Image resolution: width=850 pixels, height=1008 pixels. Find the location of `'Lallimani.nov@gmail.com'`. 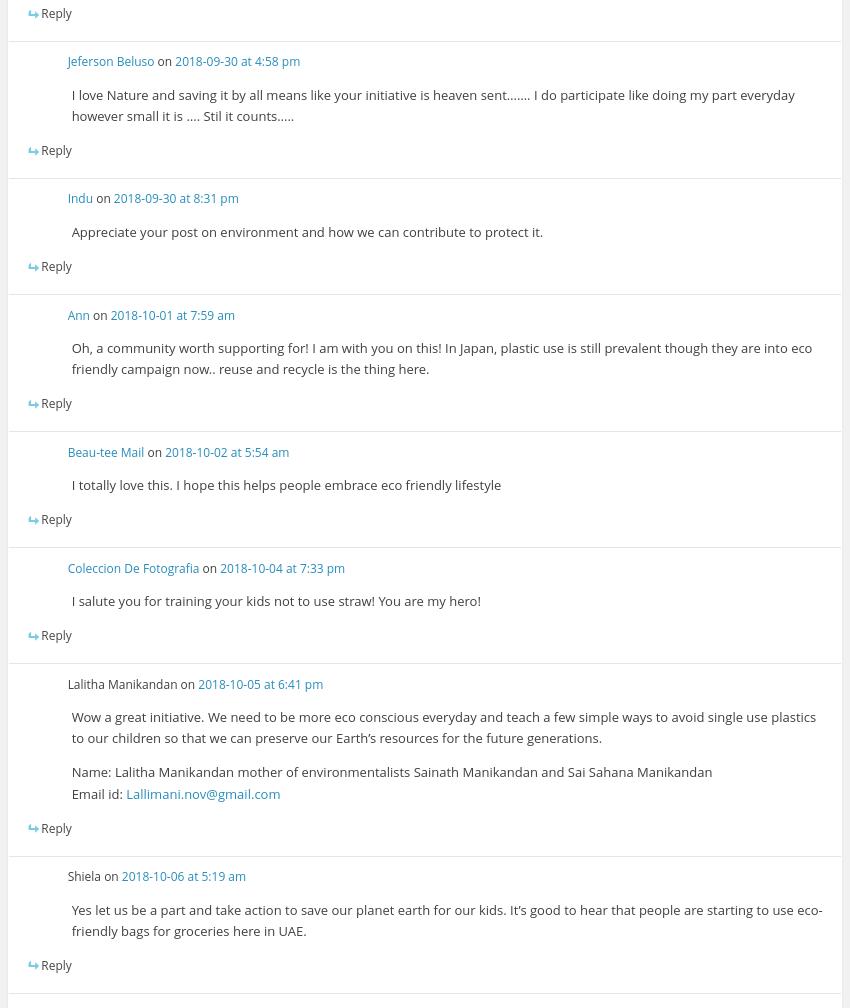

'Lallimani.nov@gmail.com' is located at coordinates (201, 792).